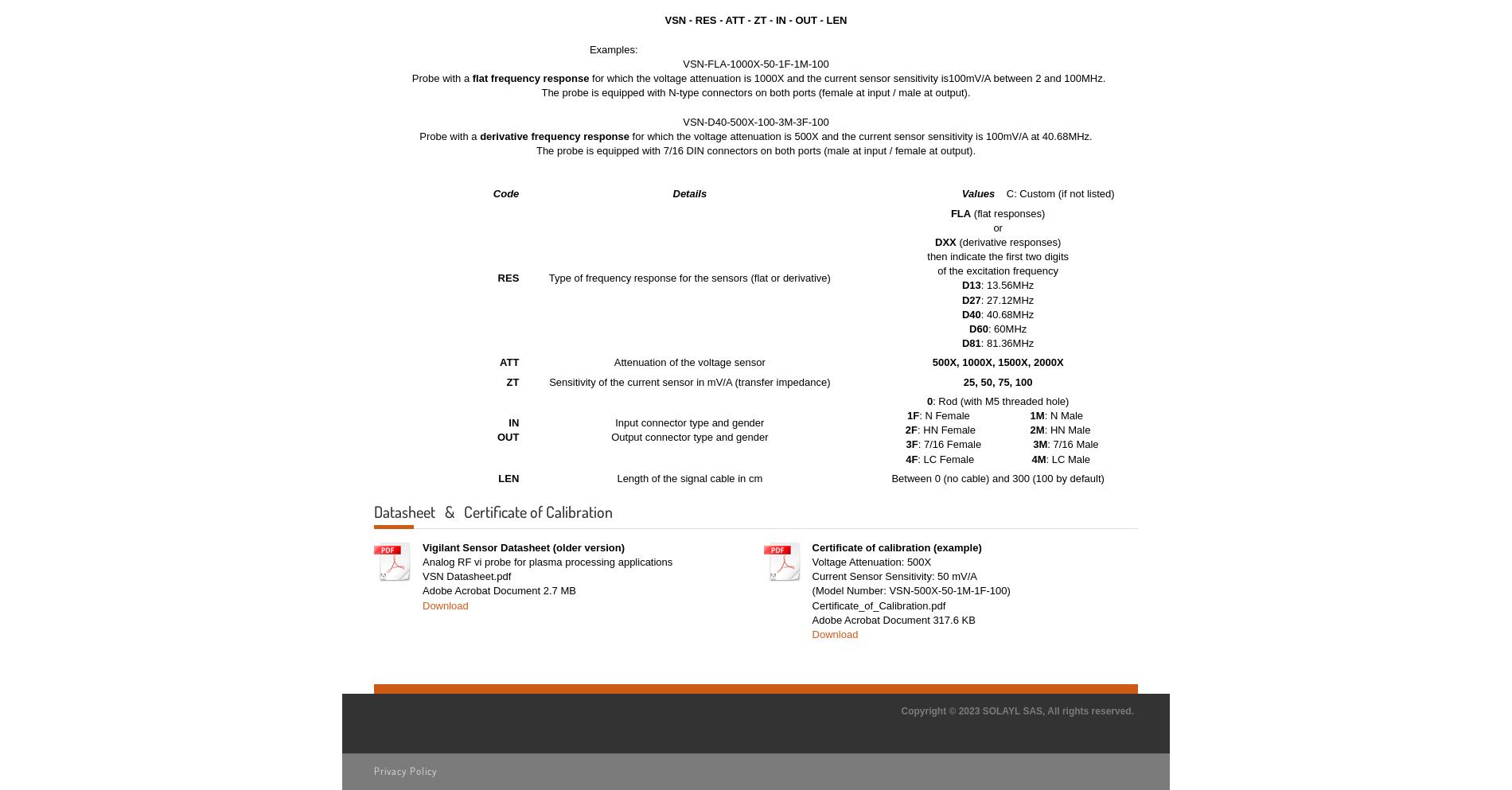  I want to click on 'Input connector type and gender', so click(688, 422).